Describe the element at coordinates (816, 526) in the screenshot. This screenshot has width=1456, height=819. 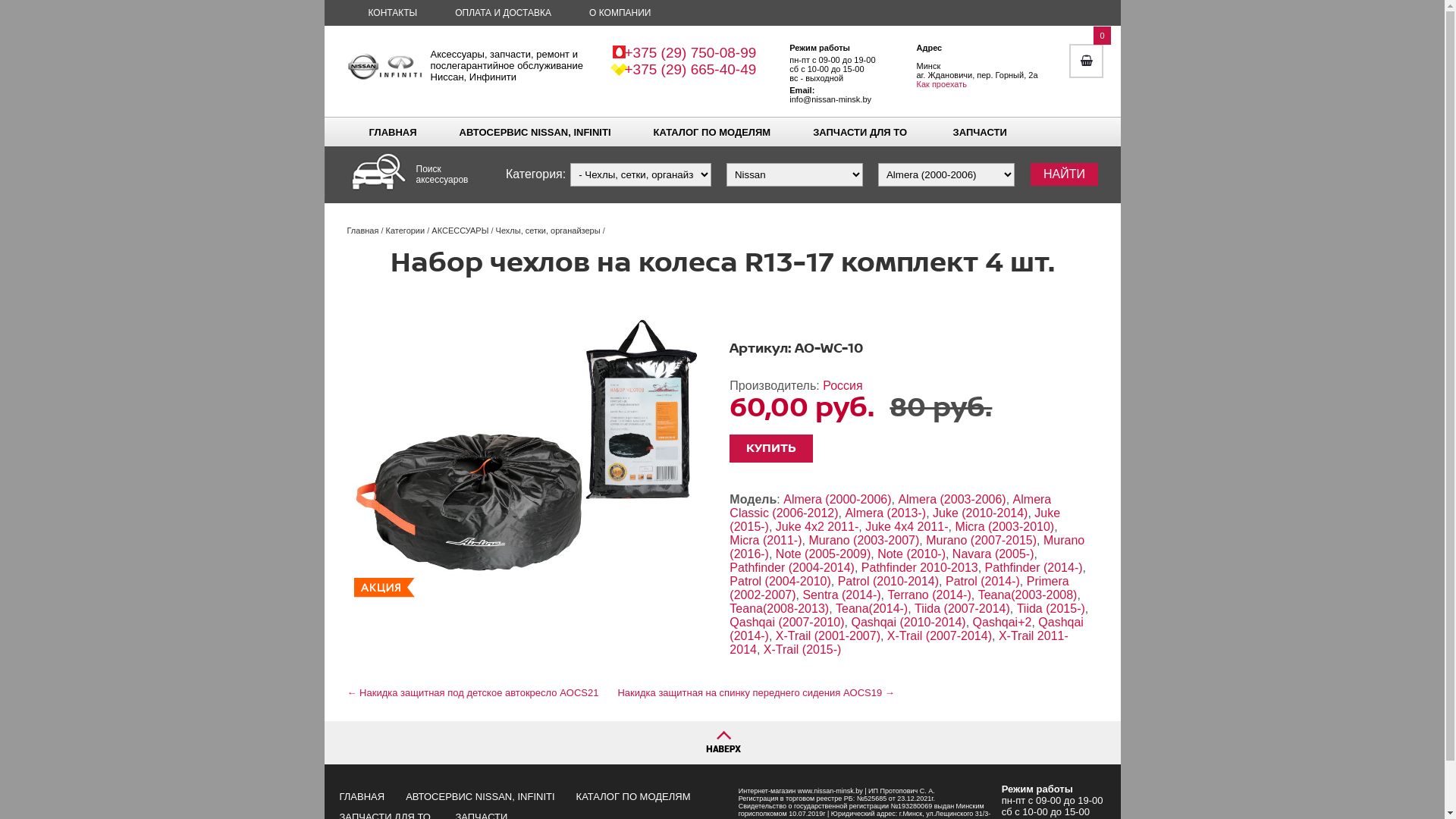
I see `'Juke 4x2 2011-'` at that location.